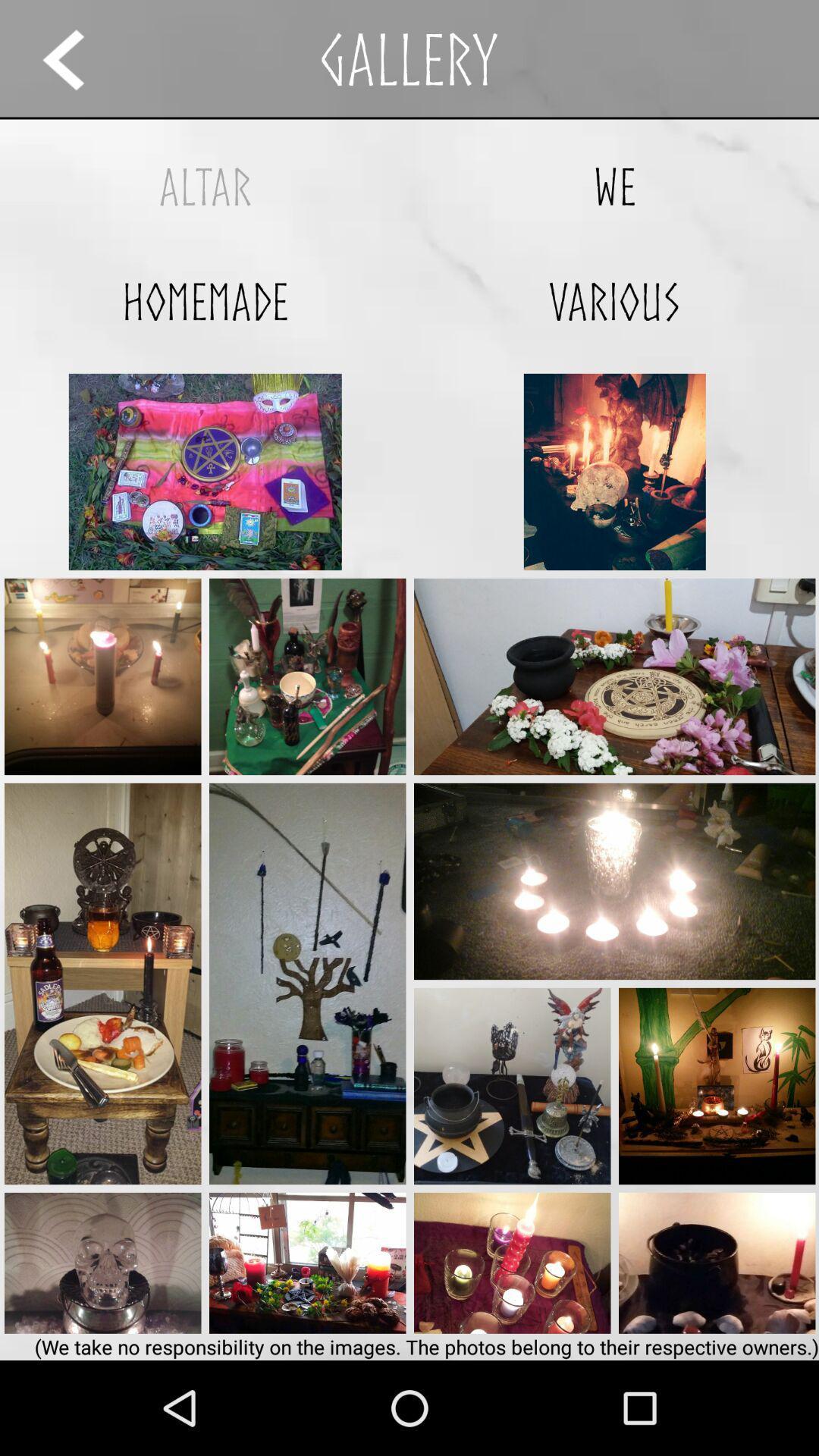 The width and height of the screenshot is (819, 1456). What do you see at coordinates (205, 186) in the screenshot?
I see `the app next to we icon` at bounding box center [205, 186].